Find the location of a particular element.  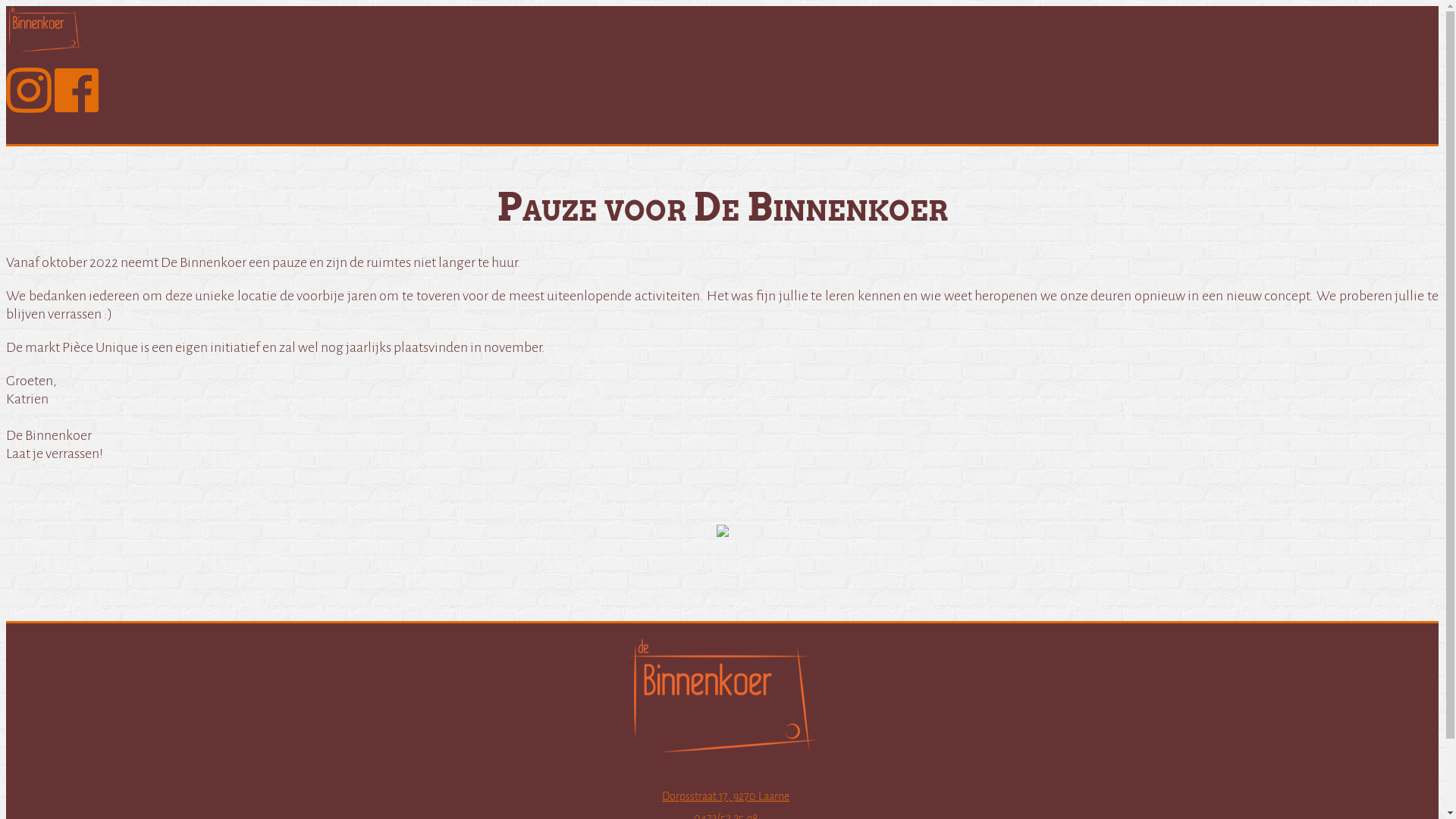

'Dorpsstraat 17, 9270 Laarne' is located at coordinates (724, 795).